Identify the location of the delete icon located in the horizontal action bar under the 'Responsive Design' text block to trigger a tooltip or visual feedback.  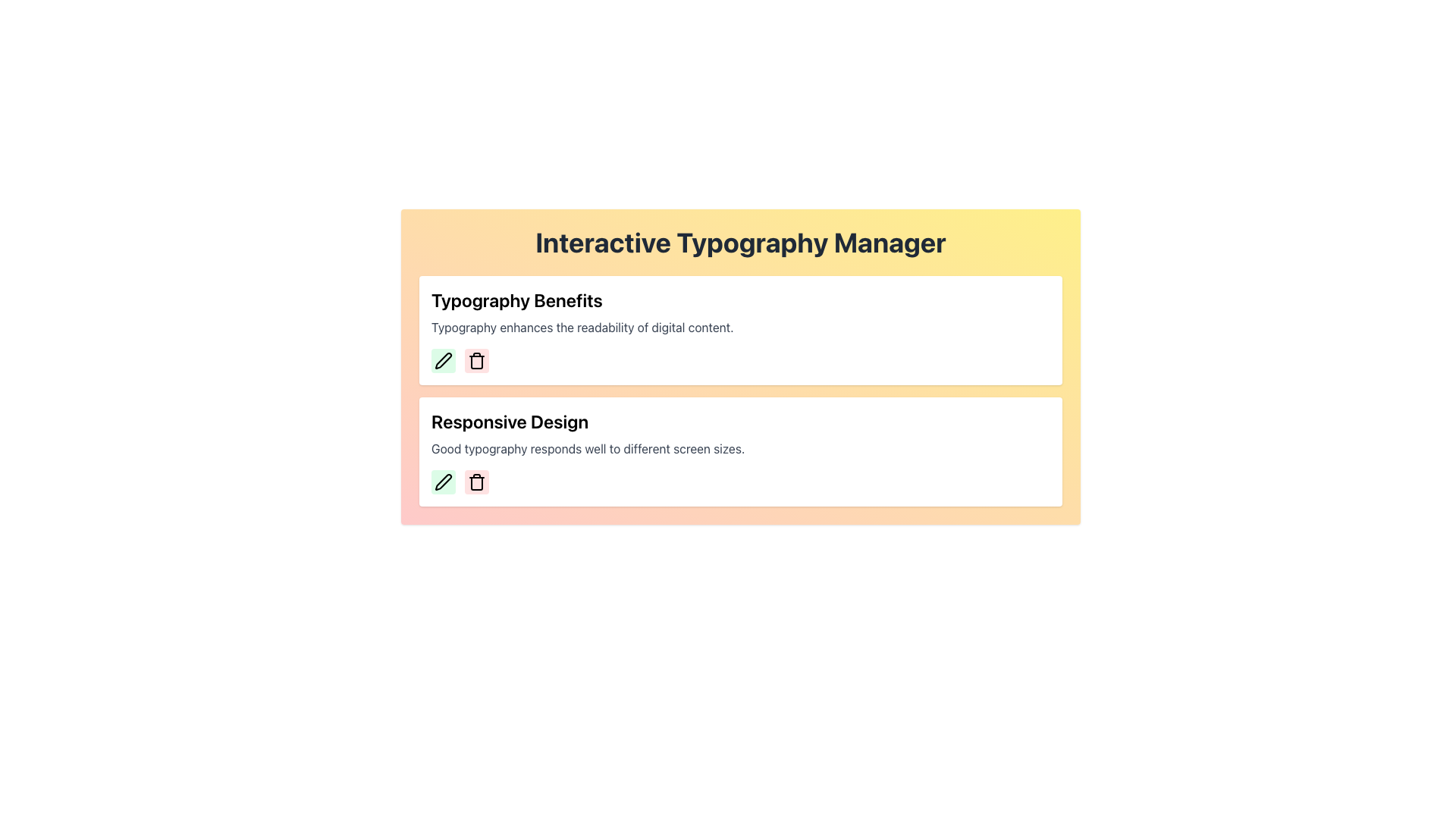
(475, 360).